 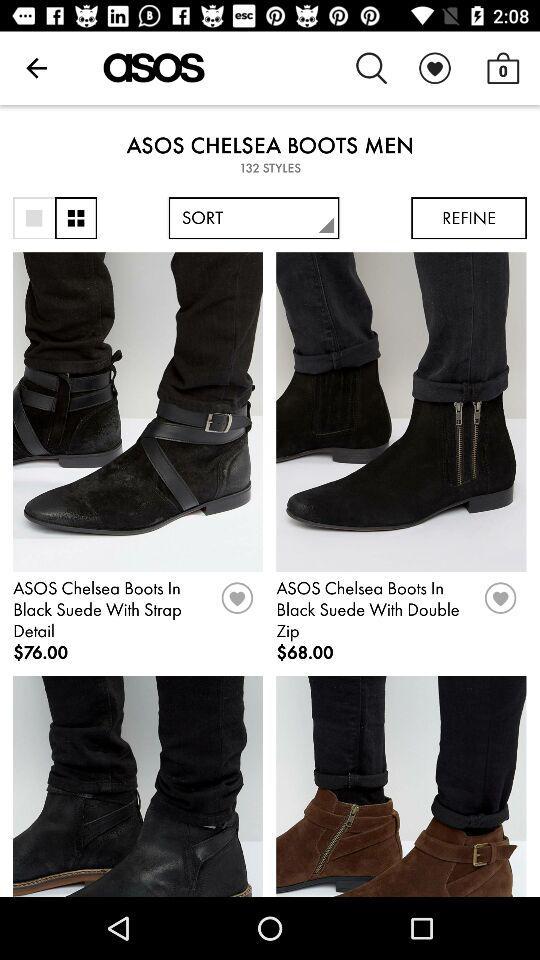 I want to click on the item below the 132 styles item, so click(x=254, y=218).